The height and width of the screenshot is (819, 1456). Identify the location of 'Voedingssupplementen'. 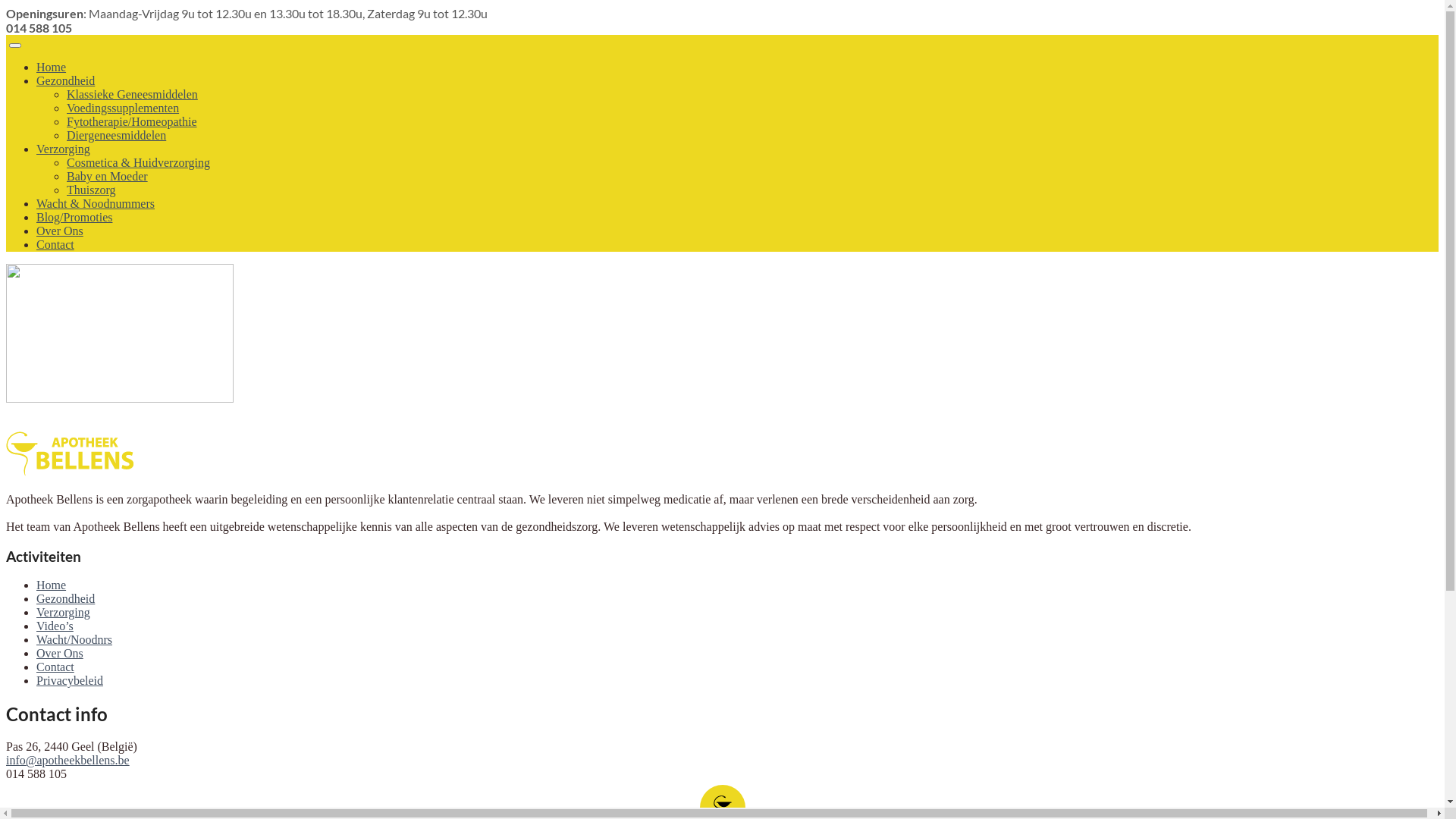
(123, 107).